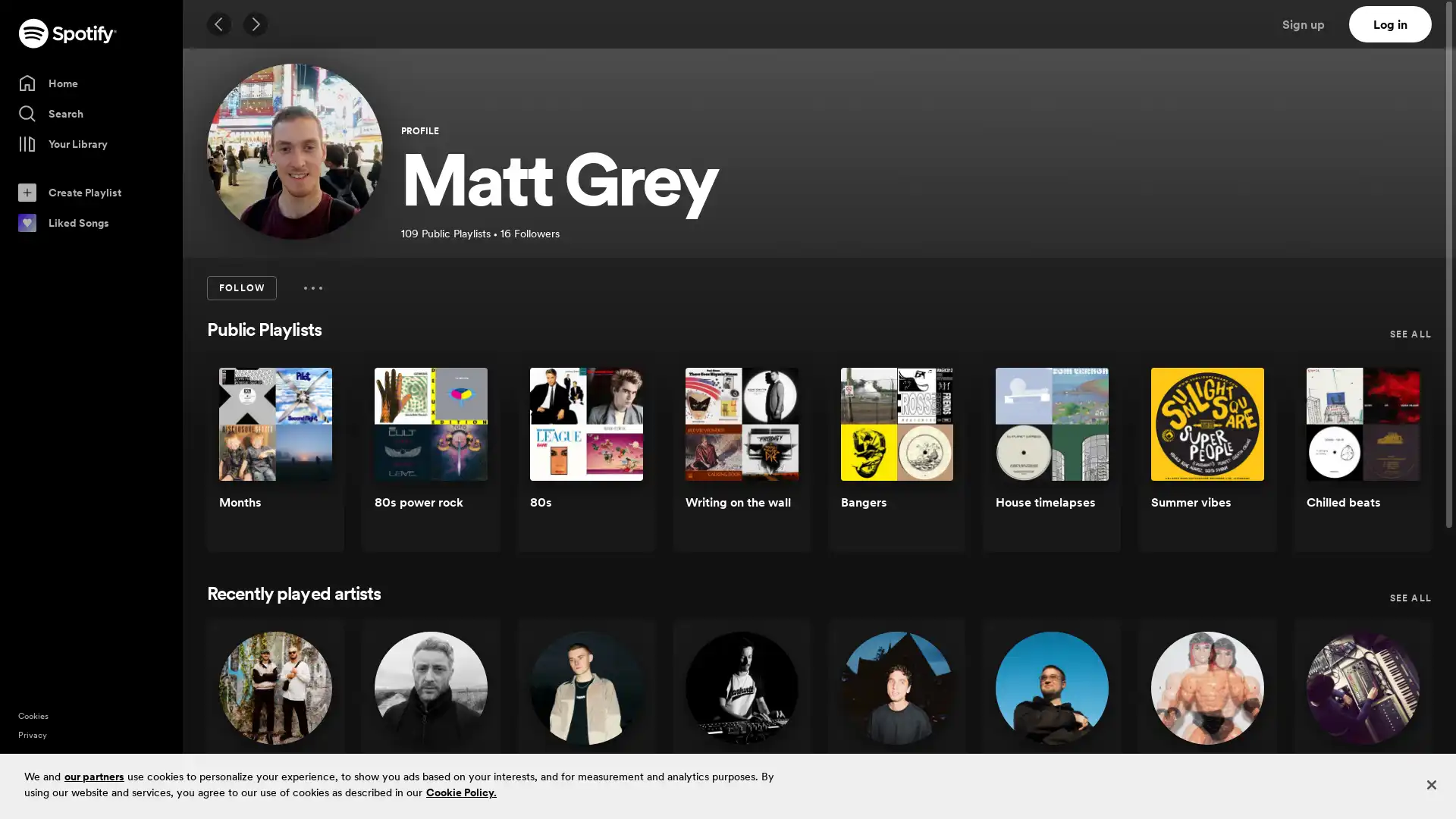 This screenshot has width=1456, height=819. What do you see at coordinates (1240, 724) in the screenshot?
I see `Play Rimbaudian` at bounding box center [1240, 724].